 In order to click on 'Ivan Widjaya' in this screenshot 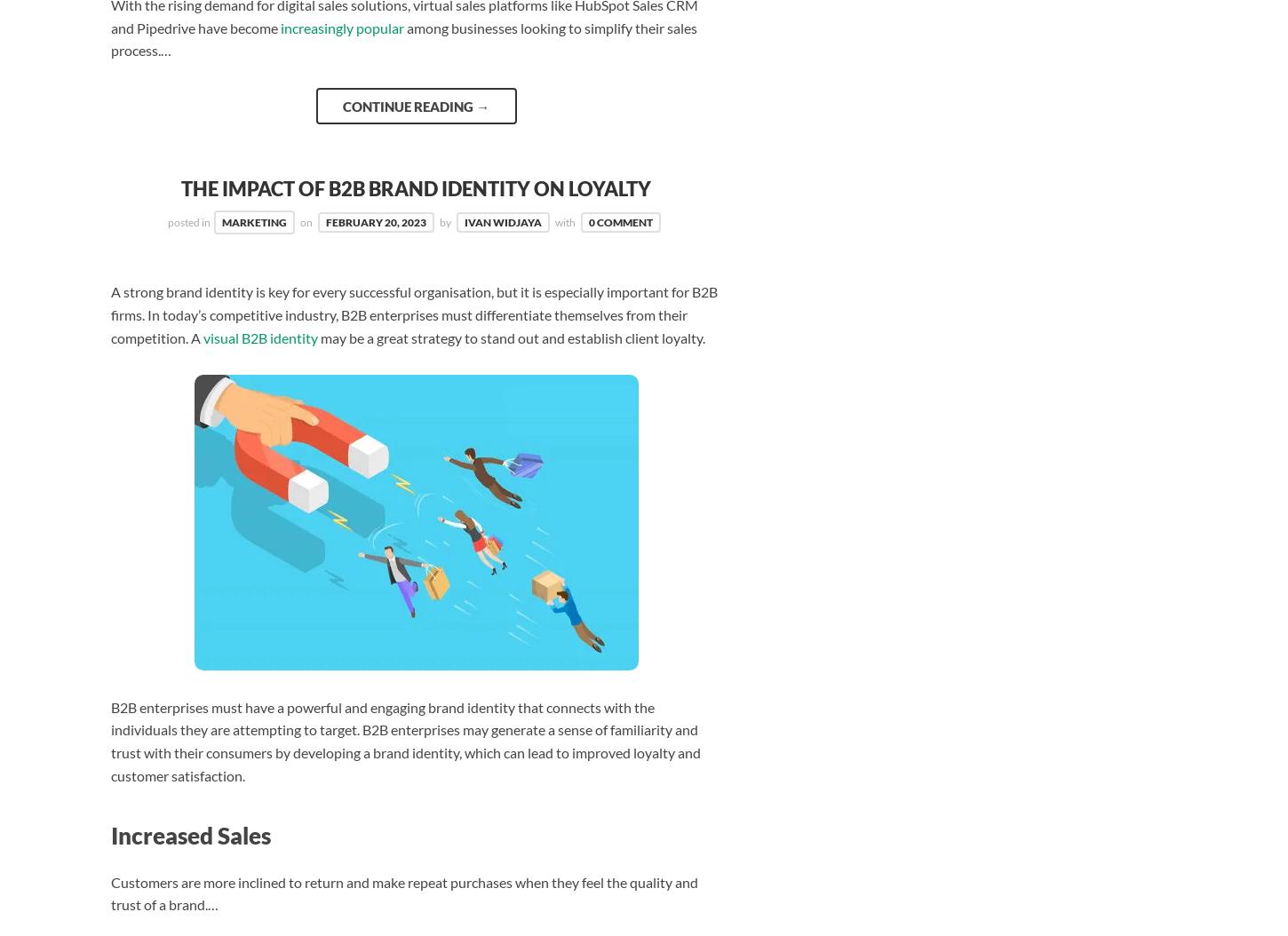, I will do `click(465, 222)`.